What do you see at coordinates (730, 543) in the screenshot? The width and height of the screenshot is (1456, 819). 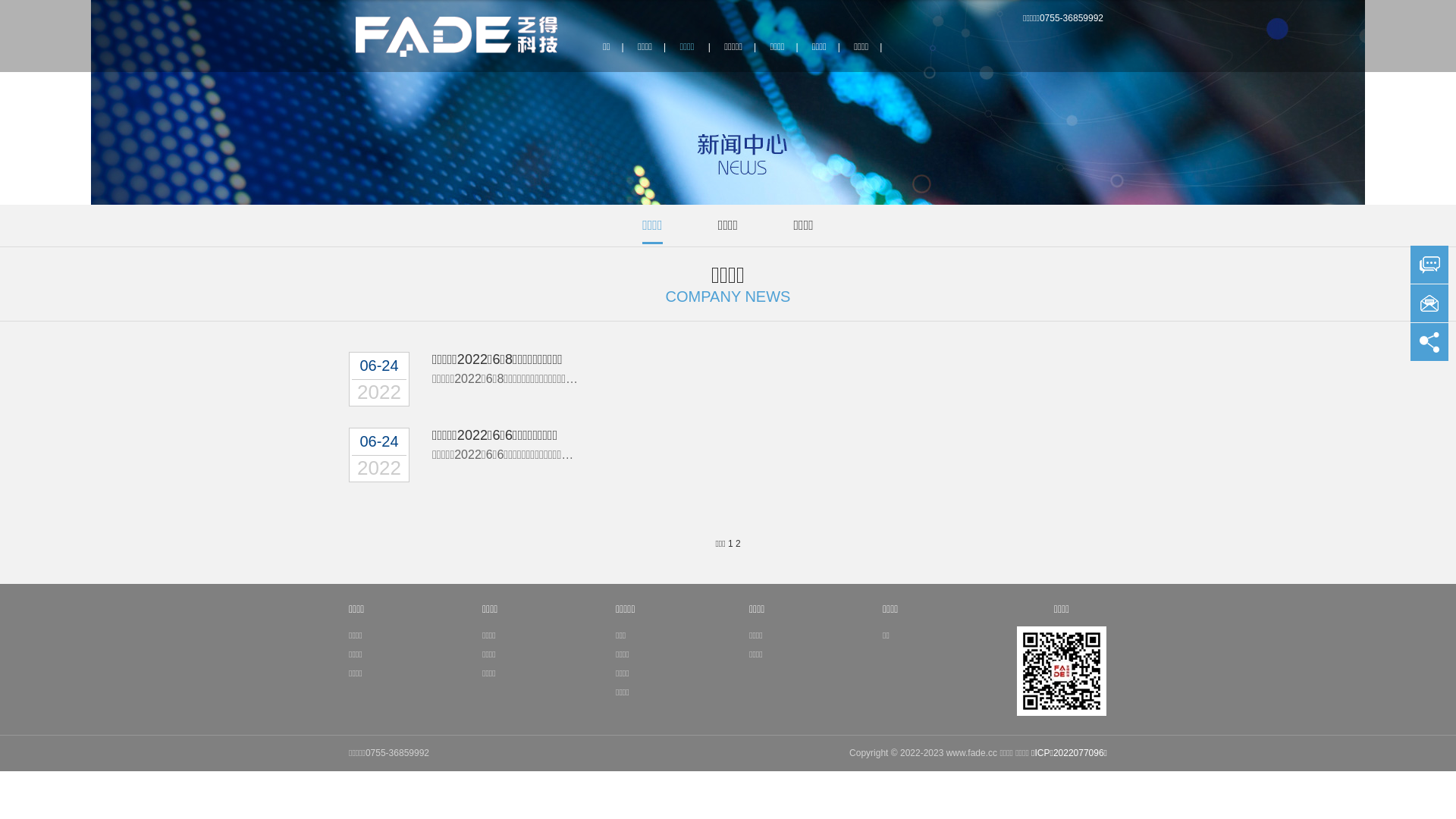 I see `'1'` at bounding box center [730, 543].